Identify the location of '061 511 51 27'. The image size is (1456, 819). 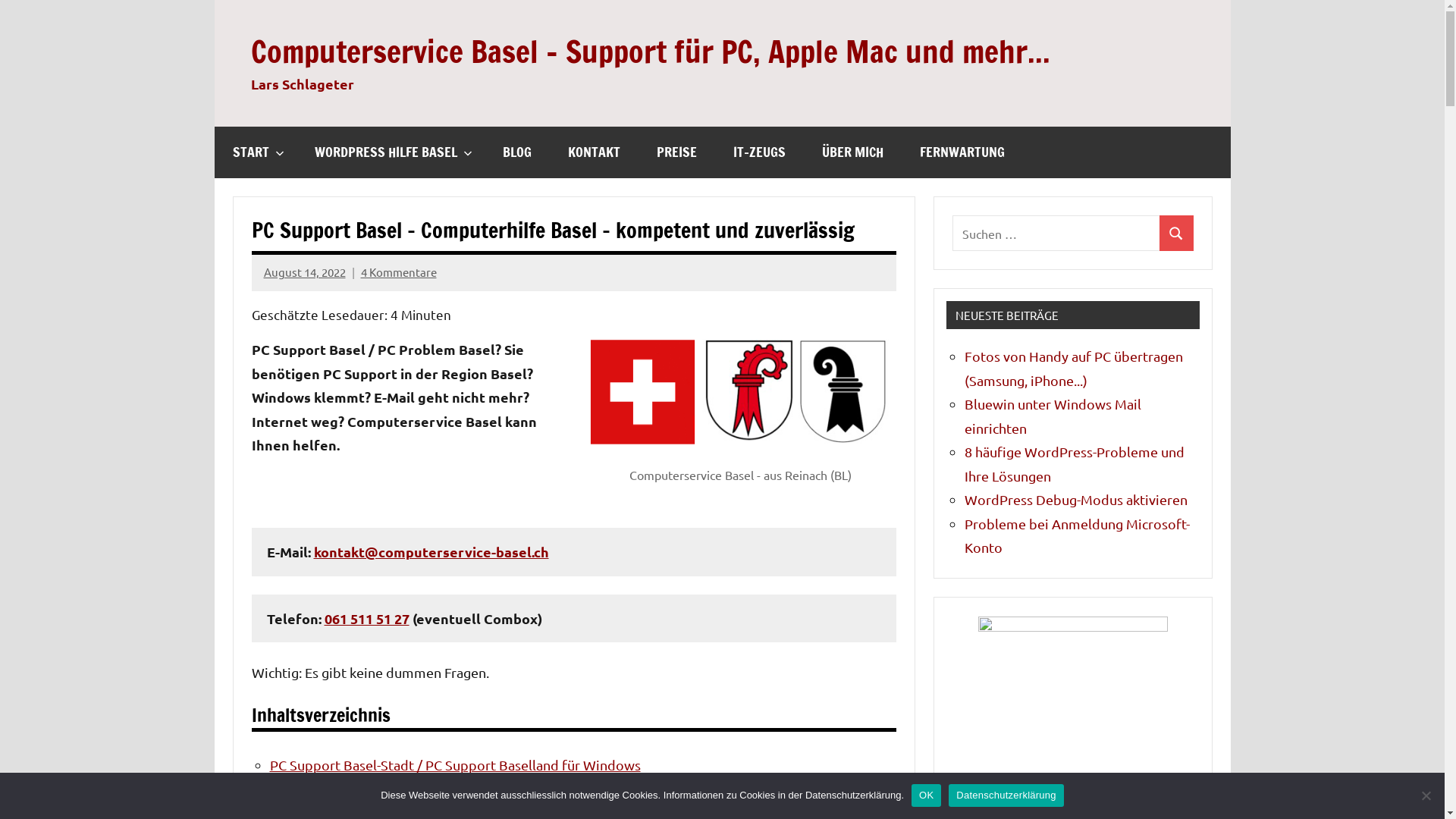
(367, 618).